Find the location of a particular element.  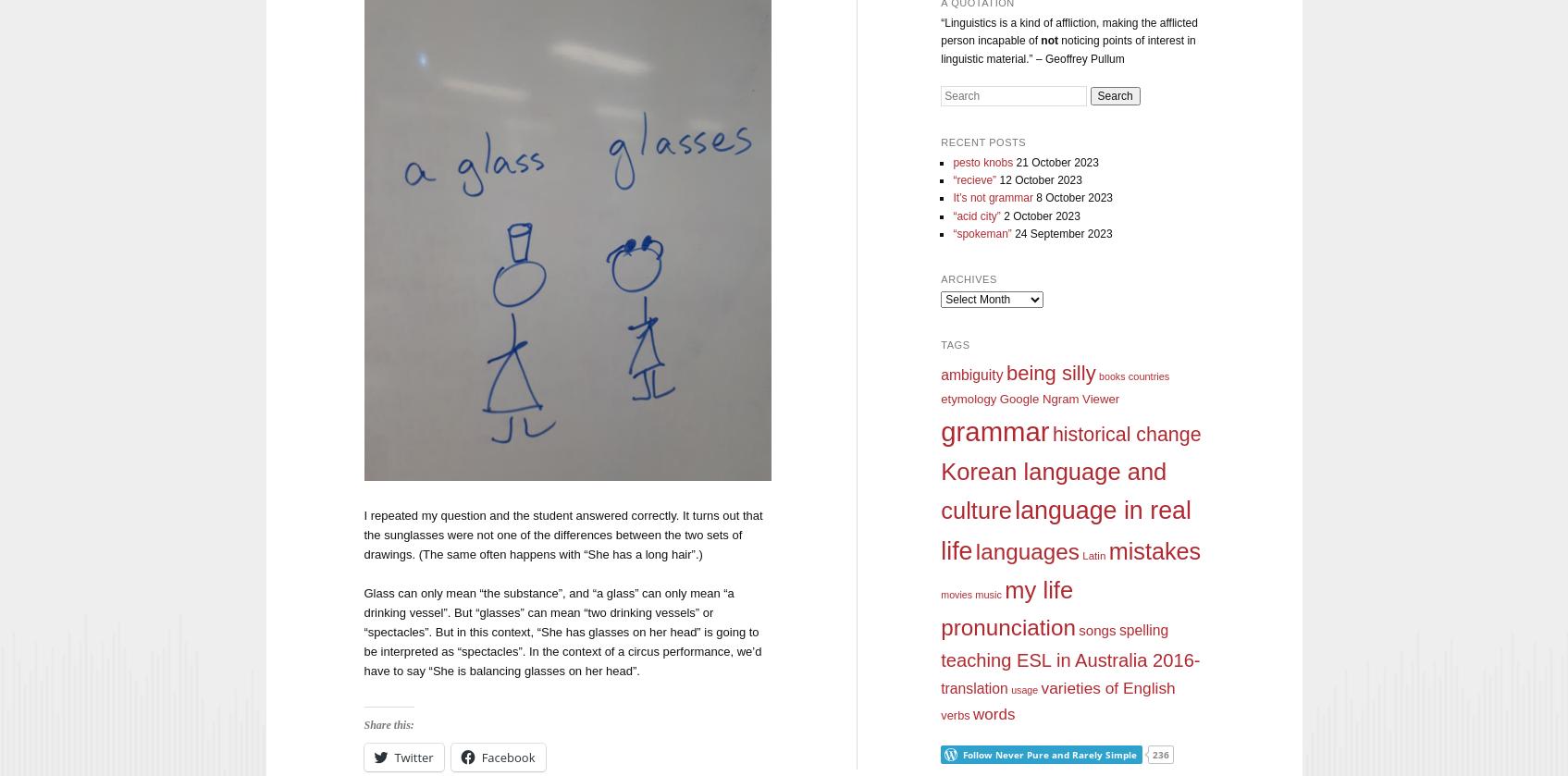

'Facebook' is located at coordinates (508, 756).